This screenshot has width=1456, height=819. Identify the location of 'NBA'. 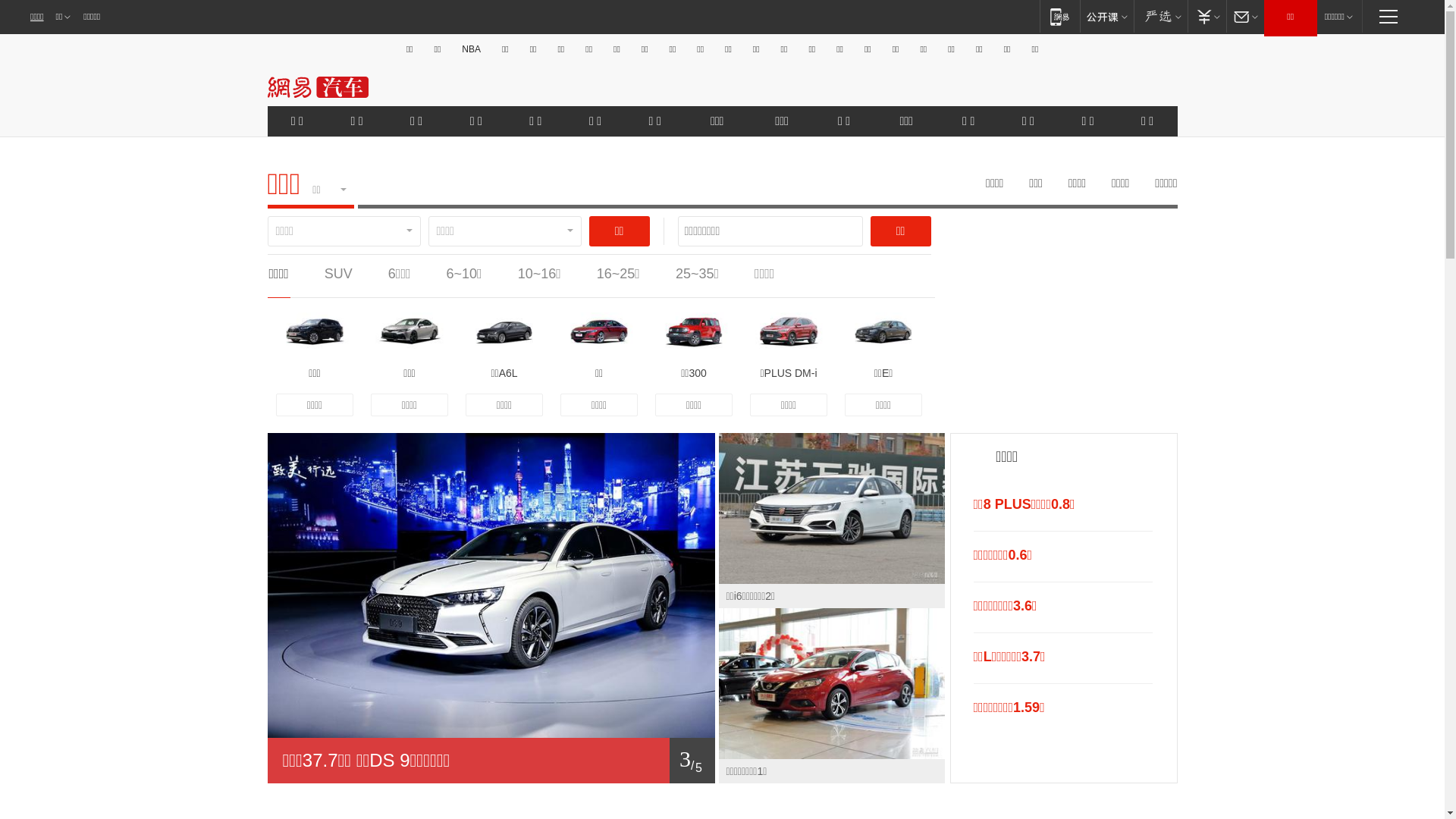
(470, 49).